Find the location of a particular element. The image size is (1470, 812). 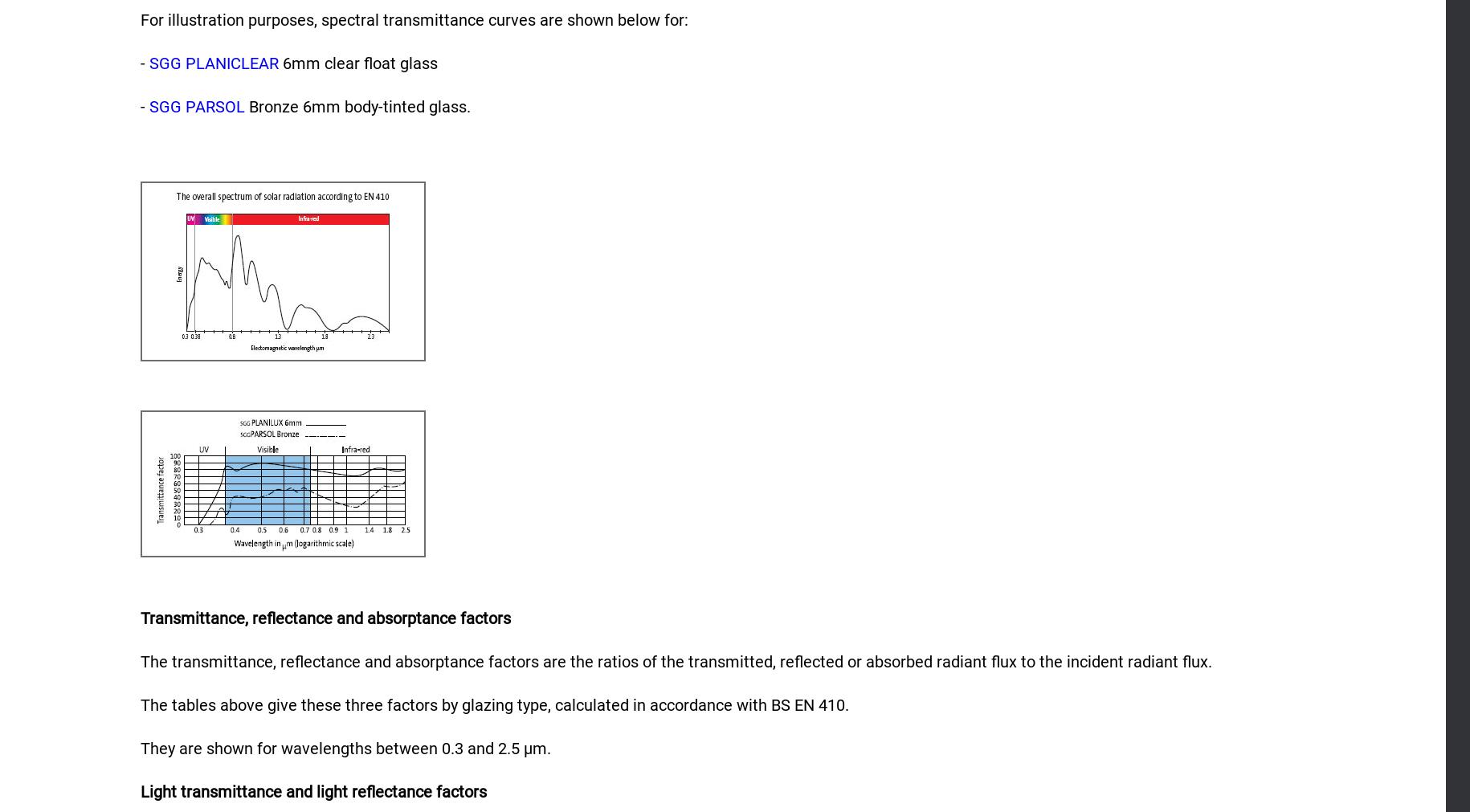

'They are shown for wavelengths between 0.3 and 2.5 µm.' is located at coordinates (345, 748).